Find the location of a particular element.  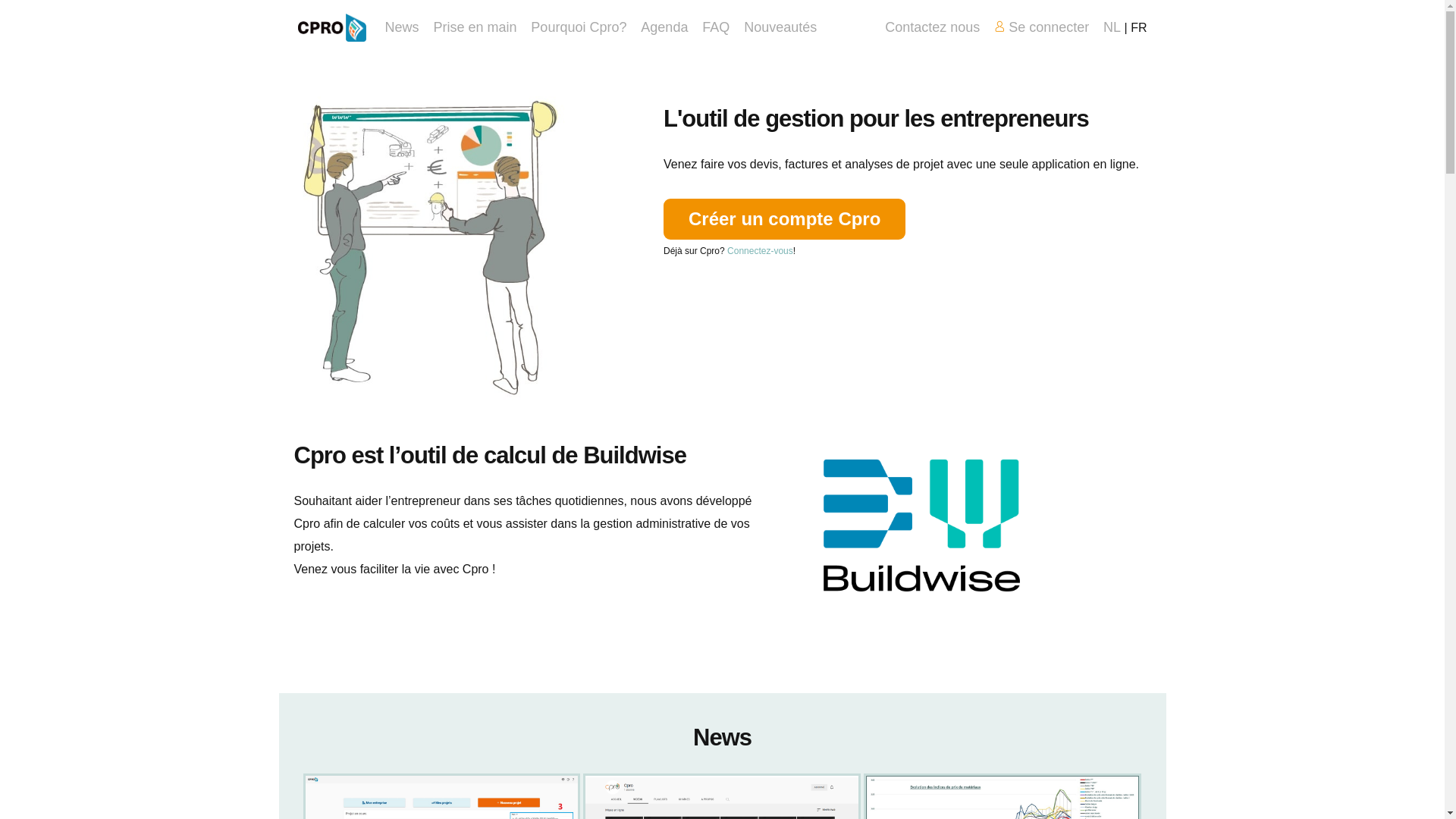

'Se connecter' is located at coordinates (1040, 27).